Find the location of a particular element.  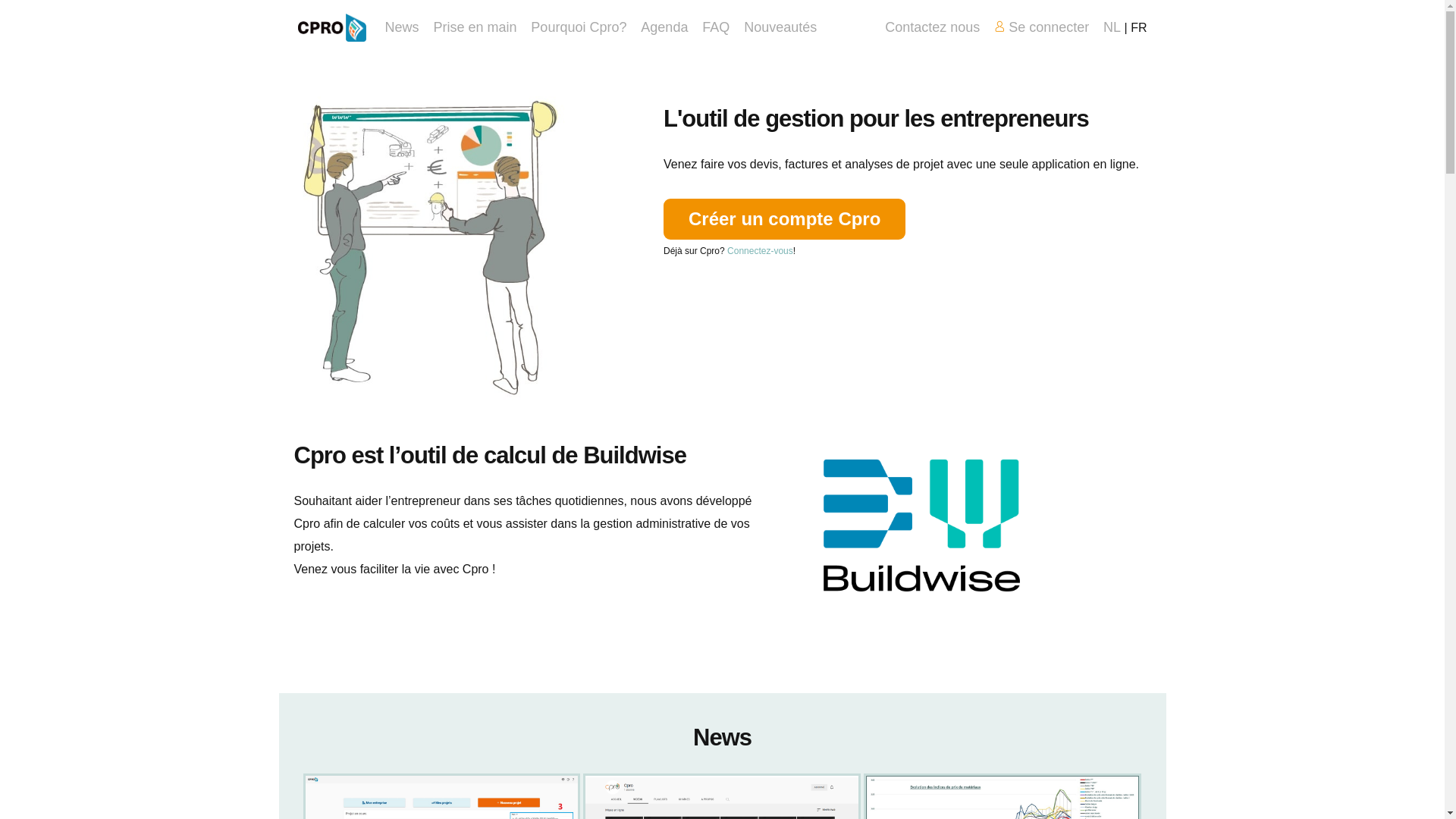

'Se connecter' is located at coordinates (1040, 27).